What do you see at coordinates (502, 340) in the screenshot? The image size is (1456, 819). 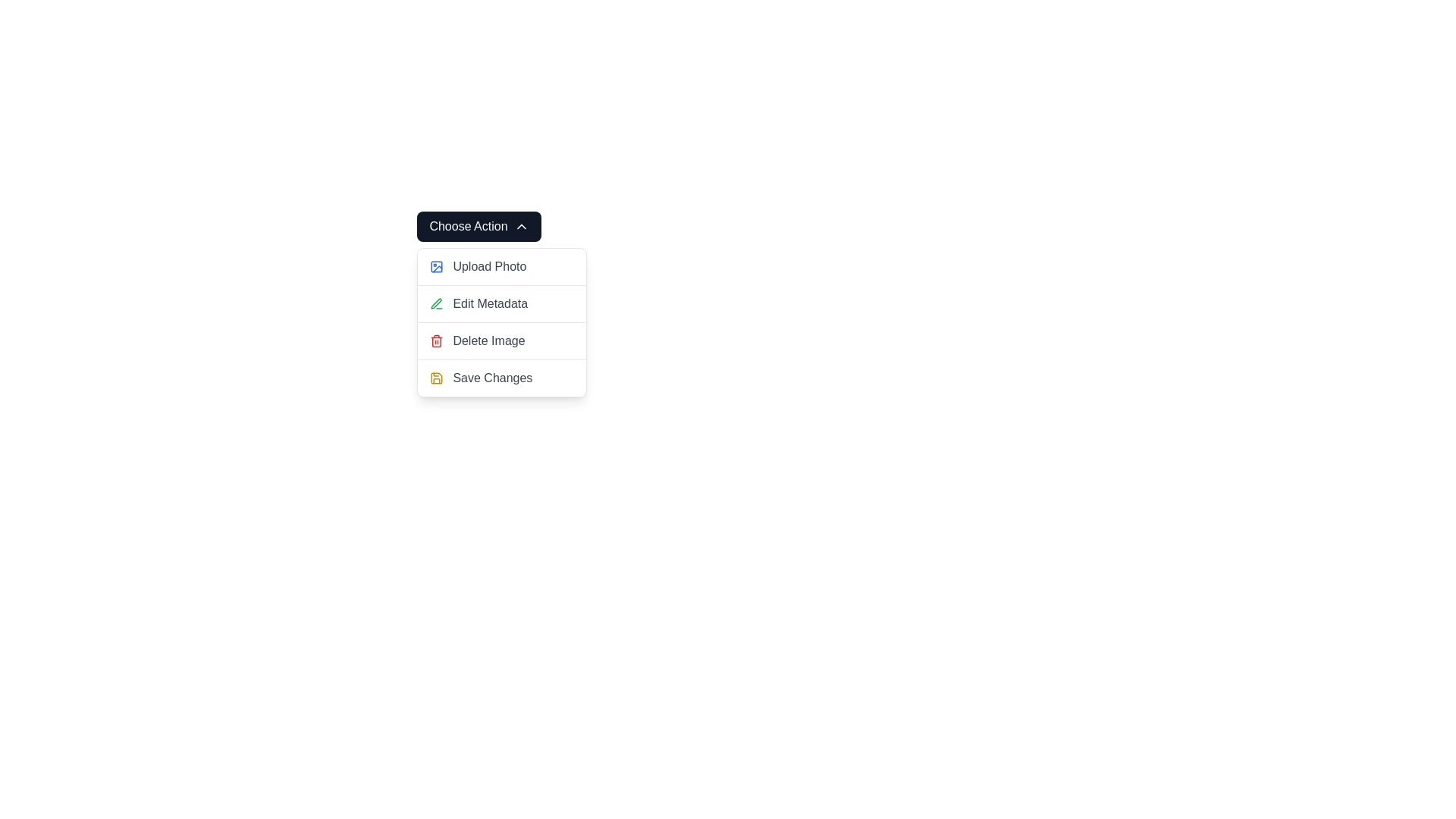 I see `the 'Delete Image' menu item in the dropdown, which features a red trash can icon to the left and is the third item under the 'Choose Action' button` at bounding box center [502, 340].